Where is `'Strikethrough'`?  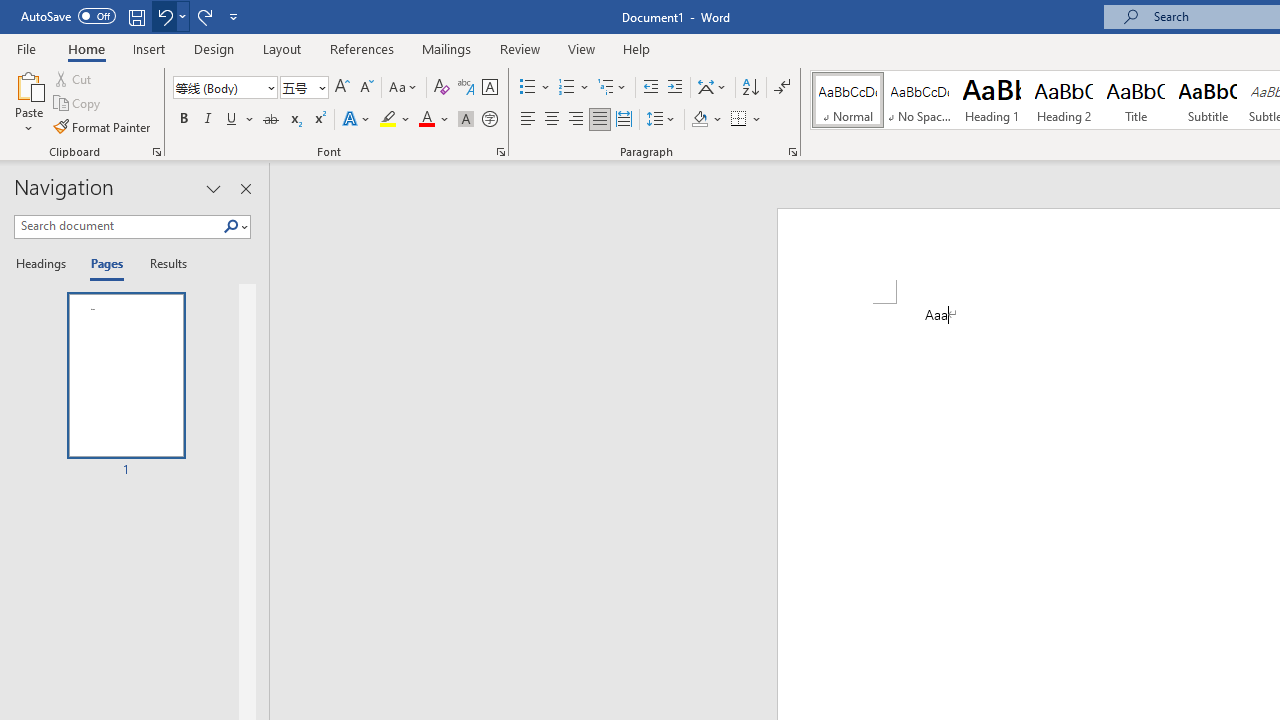
'Strikethrough' is located at coordinates (269, 119).